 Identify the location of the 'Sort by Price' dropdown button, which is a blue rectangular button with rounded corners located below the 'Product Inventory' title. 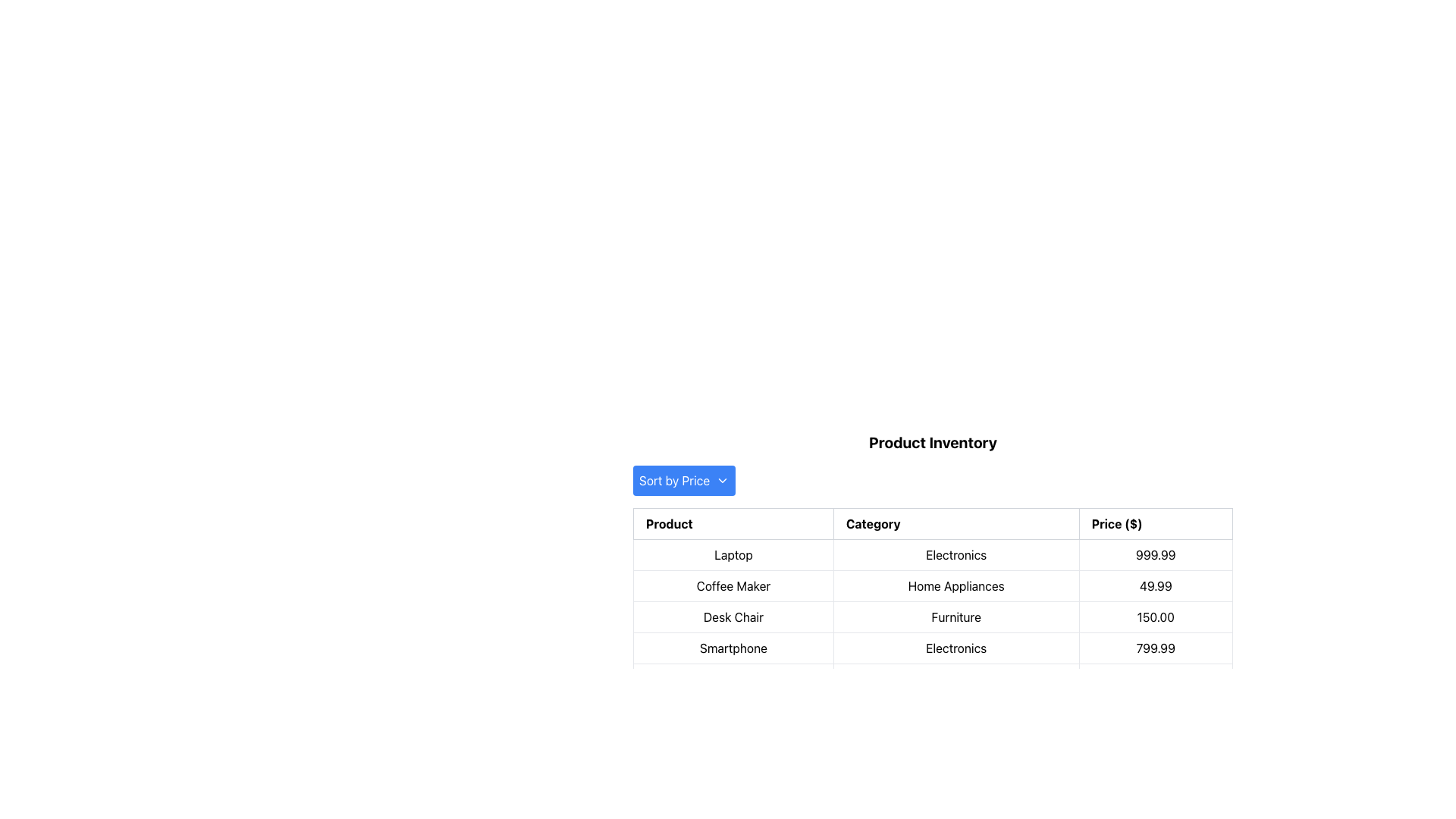
(683, 480).